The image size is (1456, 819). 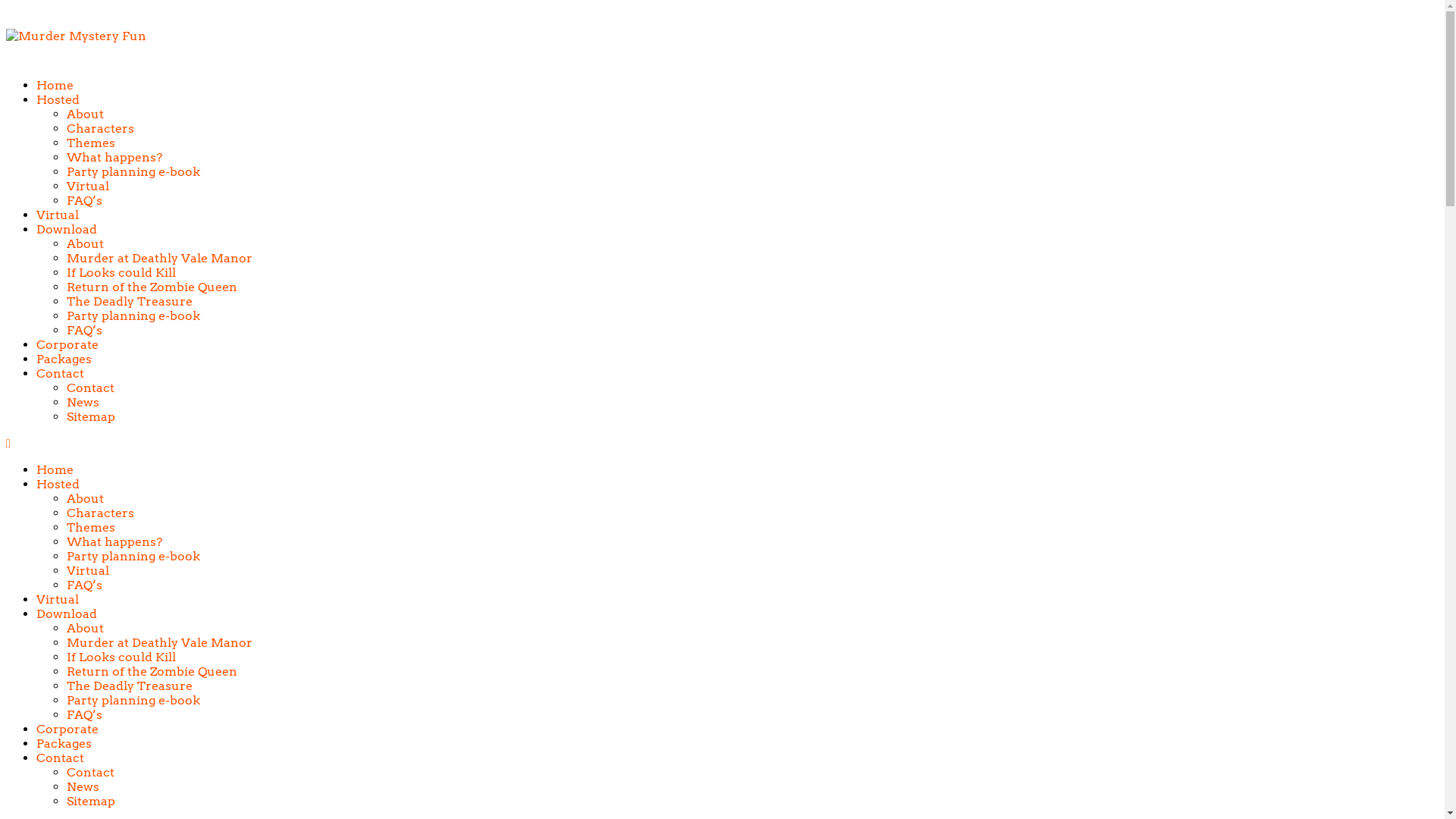 I want to click on 'Murder Mystery Fun', so click(x=75, y=35).